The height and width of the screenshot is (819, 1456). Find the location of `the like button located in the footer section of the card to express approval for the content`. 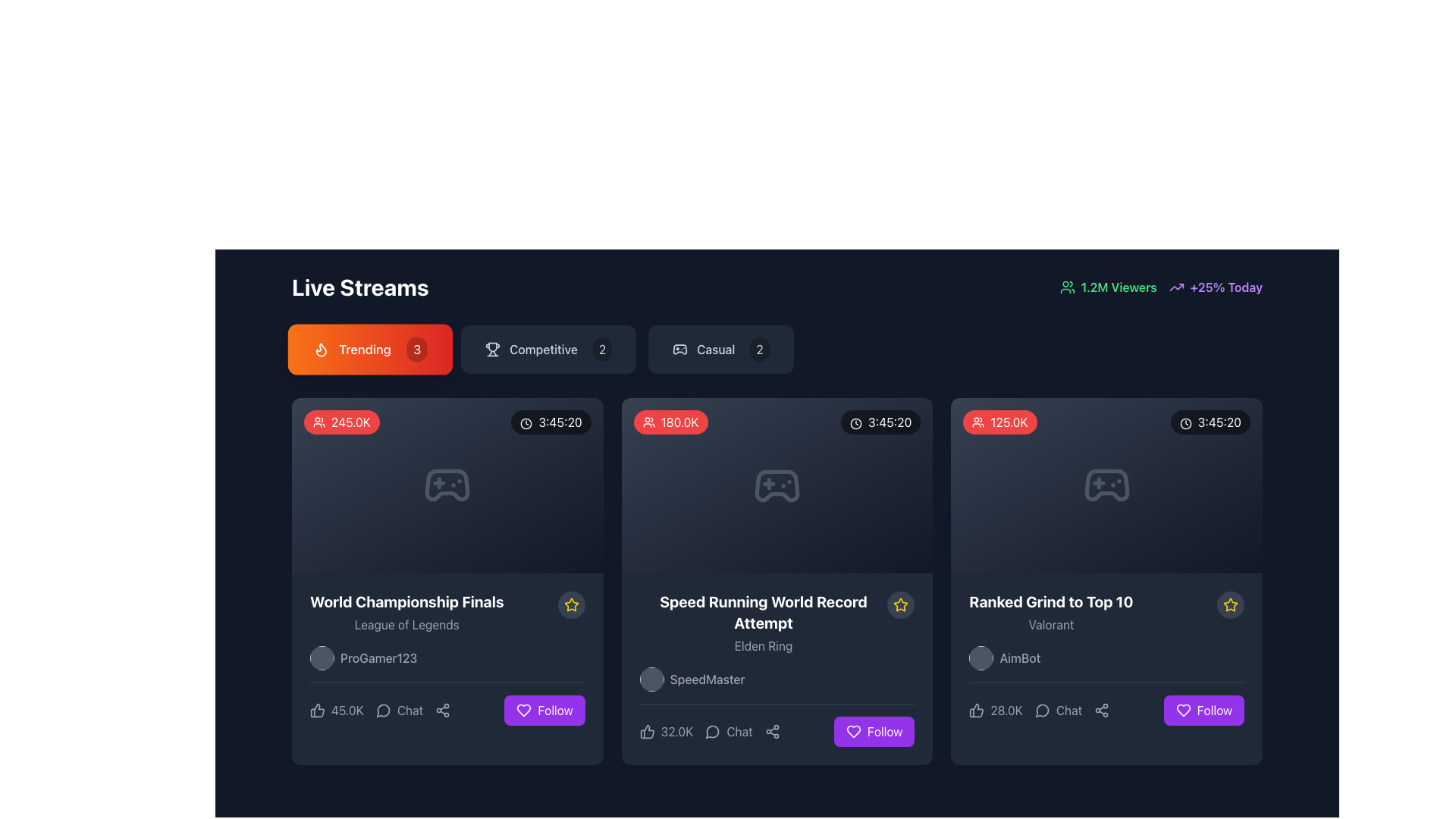

the like button located in the footer section of the card to express approval for the content is located at coordinates (336, 711).